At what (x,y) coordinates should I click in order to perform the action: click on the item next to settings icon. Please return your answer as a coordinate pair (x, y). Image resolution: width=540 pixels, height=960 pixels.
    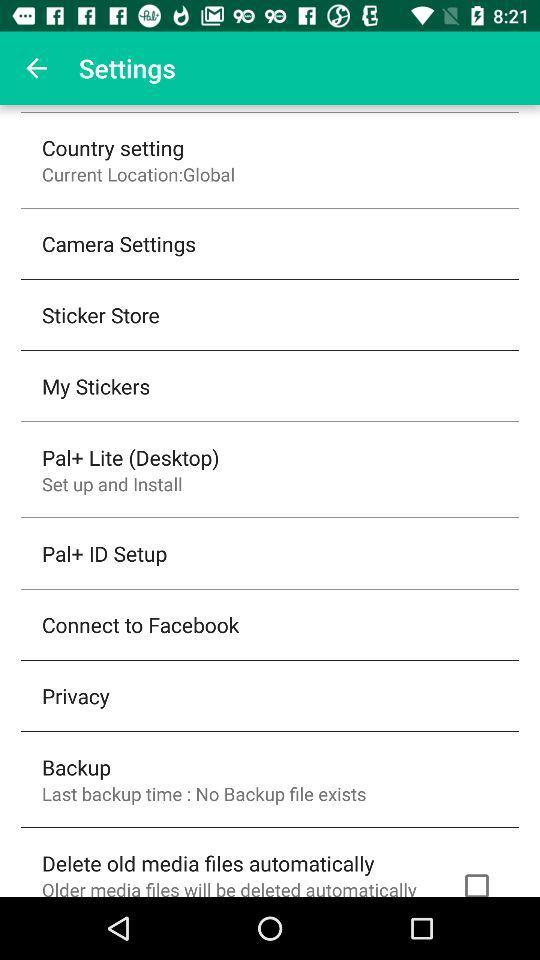
    Looking at the image, I should click on (36, 68).